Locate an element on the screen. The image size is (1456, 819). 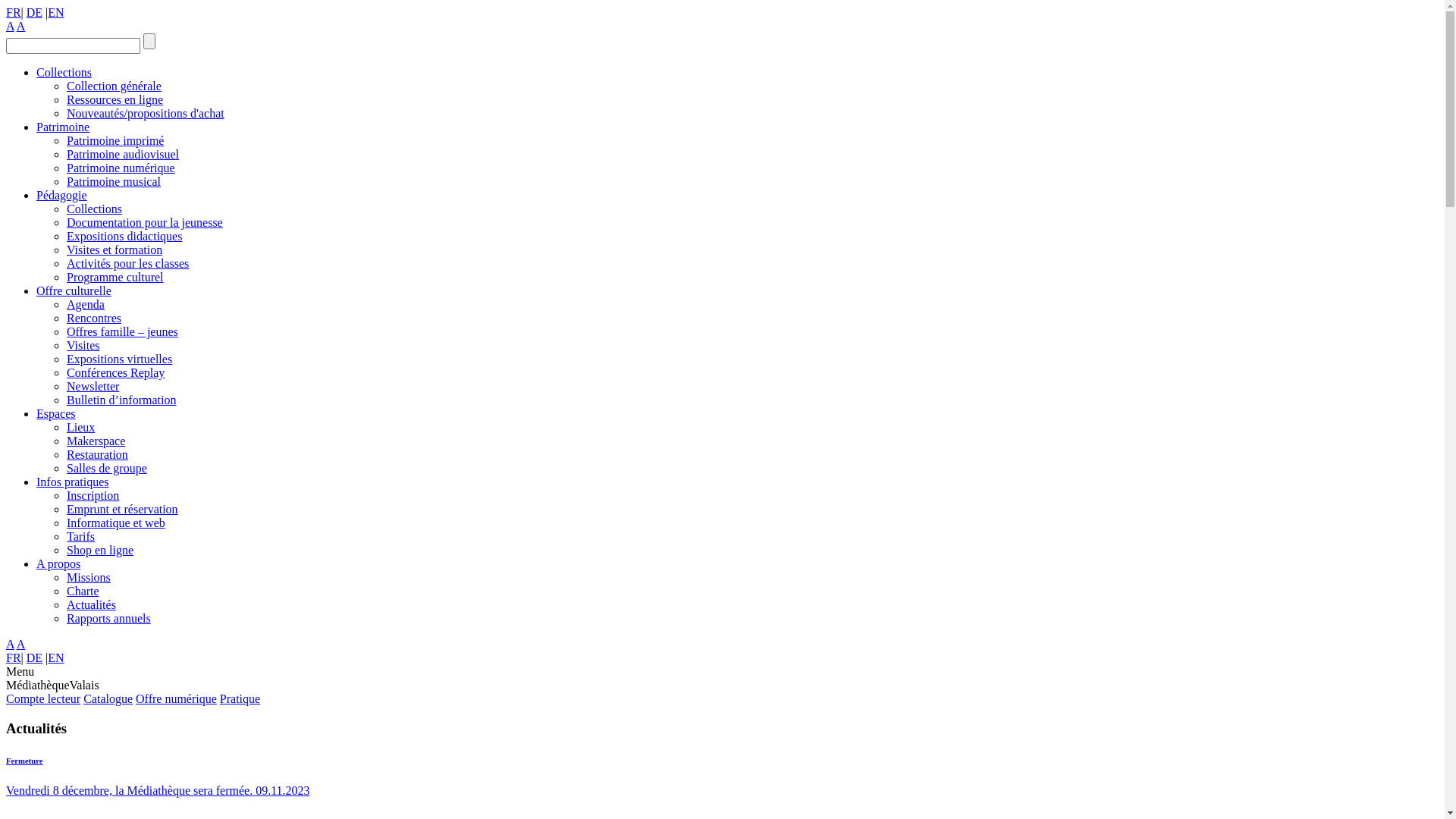
'Documentation pour la jeunesse' is located at coordinates (145, 222).